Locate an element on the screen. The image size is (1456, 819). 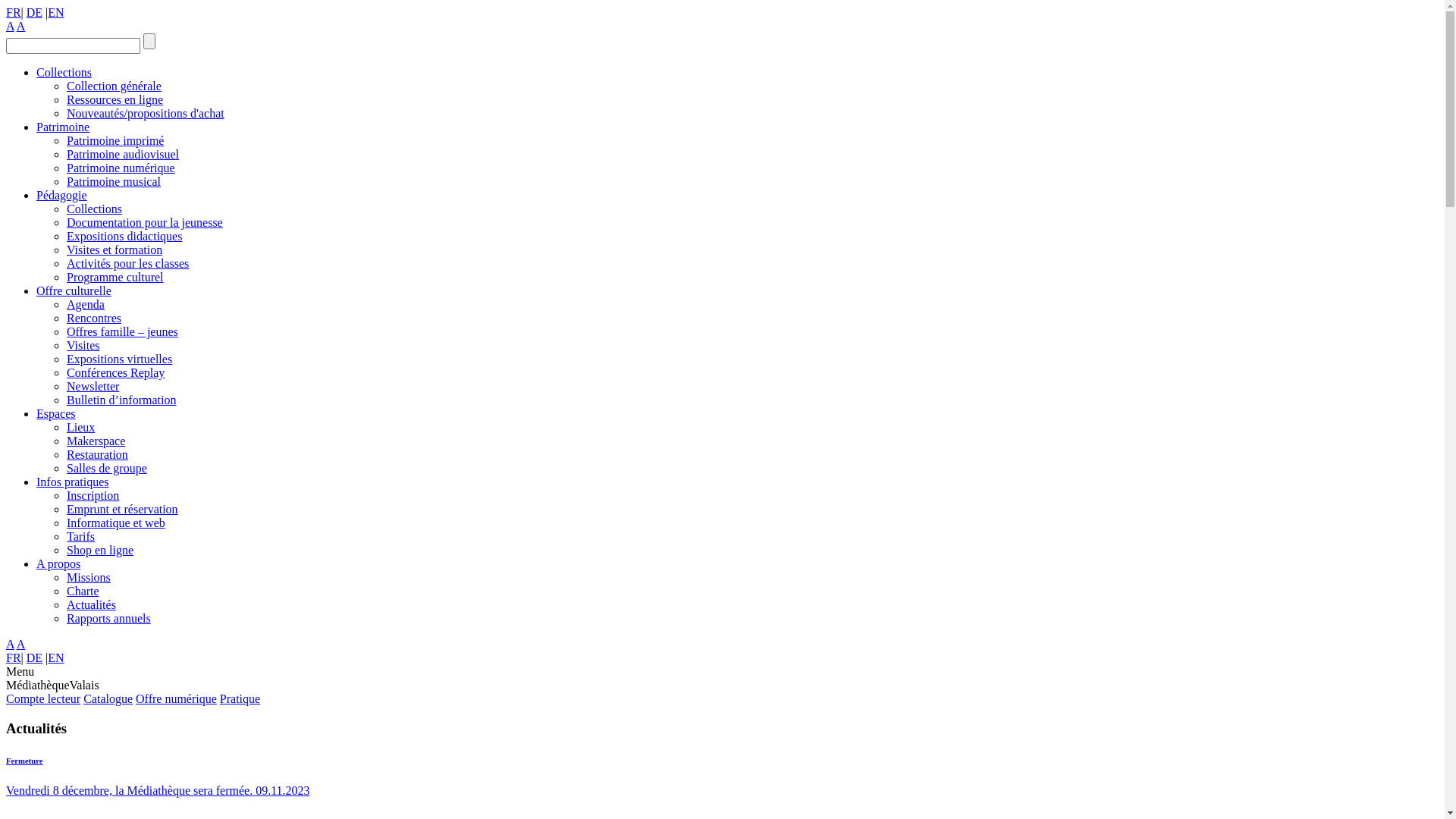
'Documentation pour la jeunesse' is located at coordinates (145, 222).